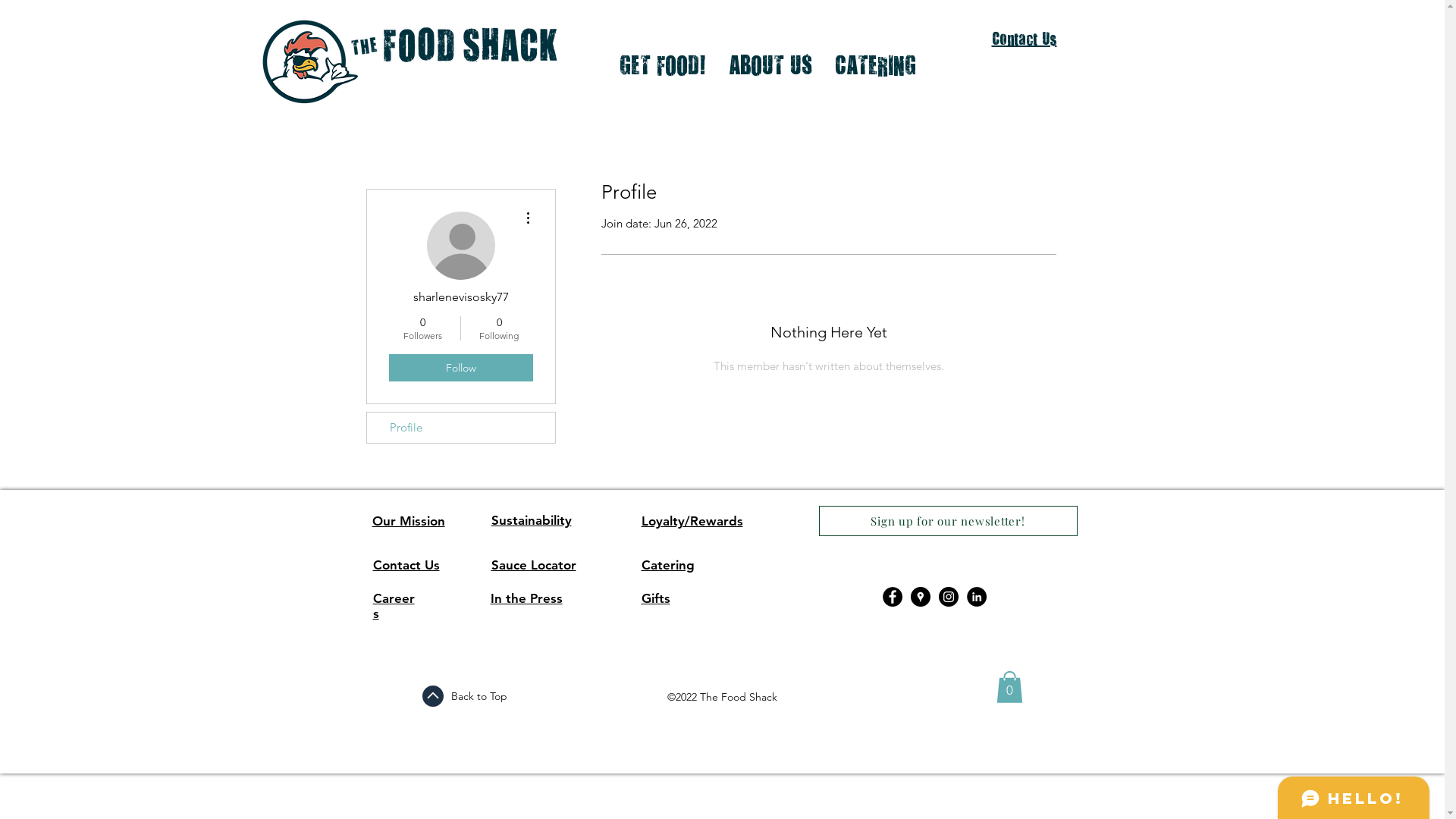 The width and height of the screenshot is (1456, 819). I want to click on 'Contact Us', so click(1024, 38).